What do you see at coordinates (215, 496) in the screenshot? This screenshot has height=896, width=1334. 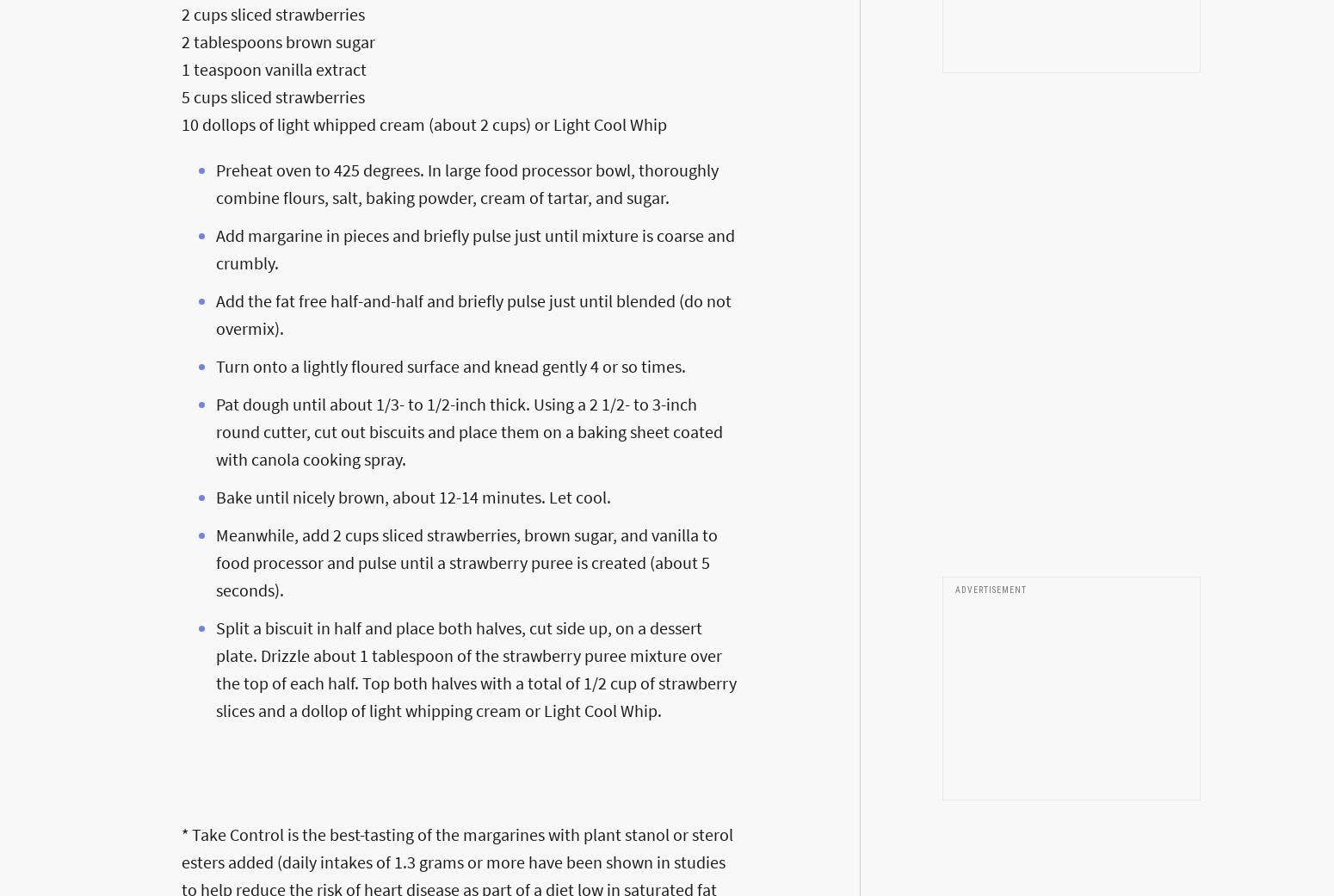 I see `'Bake until nicely brown, about 12-14 minutes. Let cool.'` at bounding box center [215, 496].